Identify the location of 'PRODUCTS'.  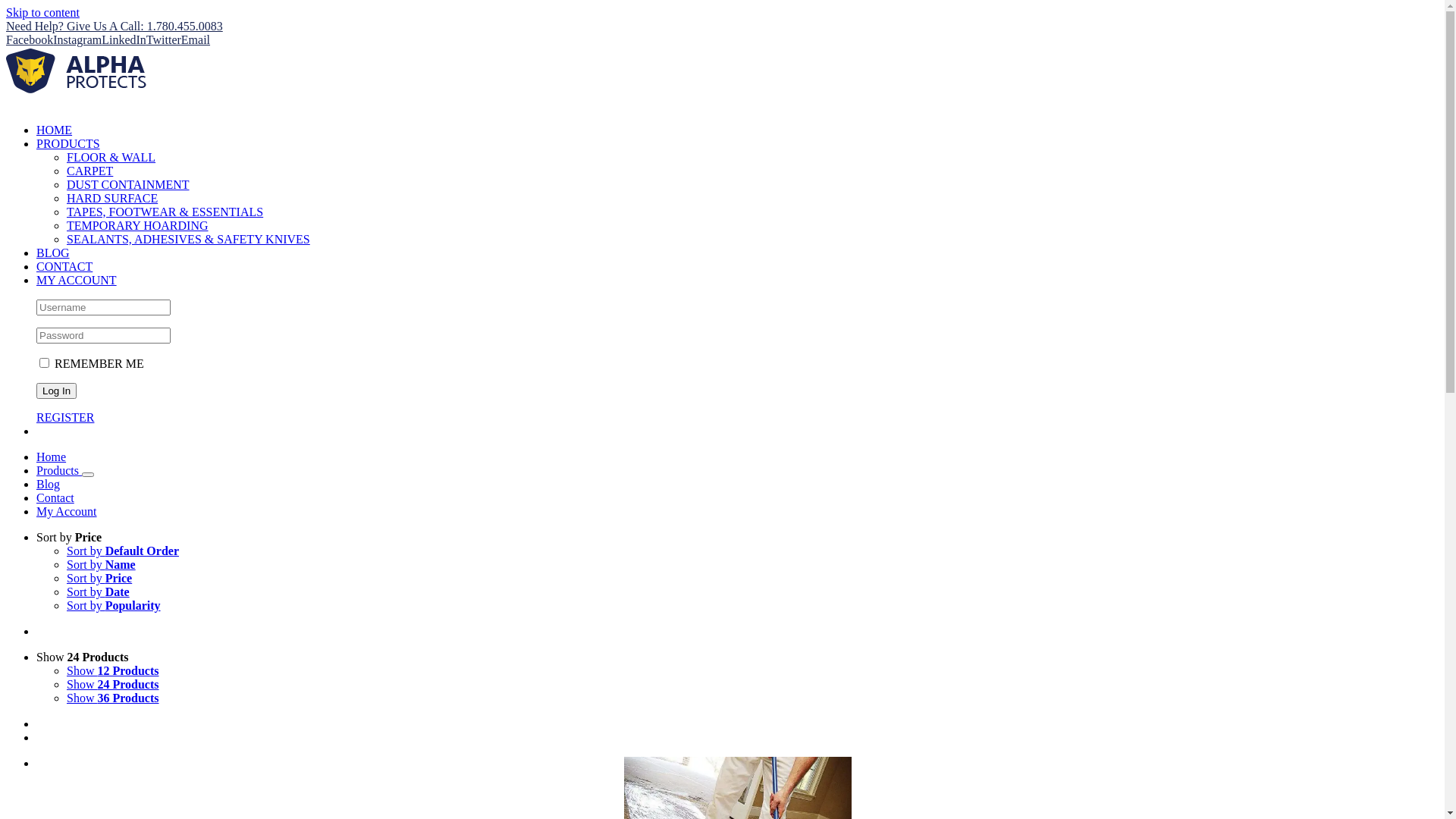
(67, 143).